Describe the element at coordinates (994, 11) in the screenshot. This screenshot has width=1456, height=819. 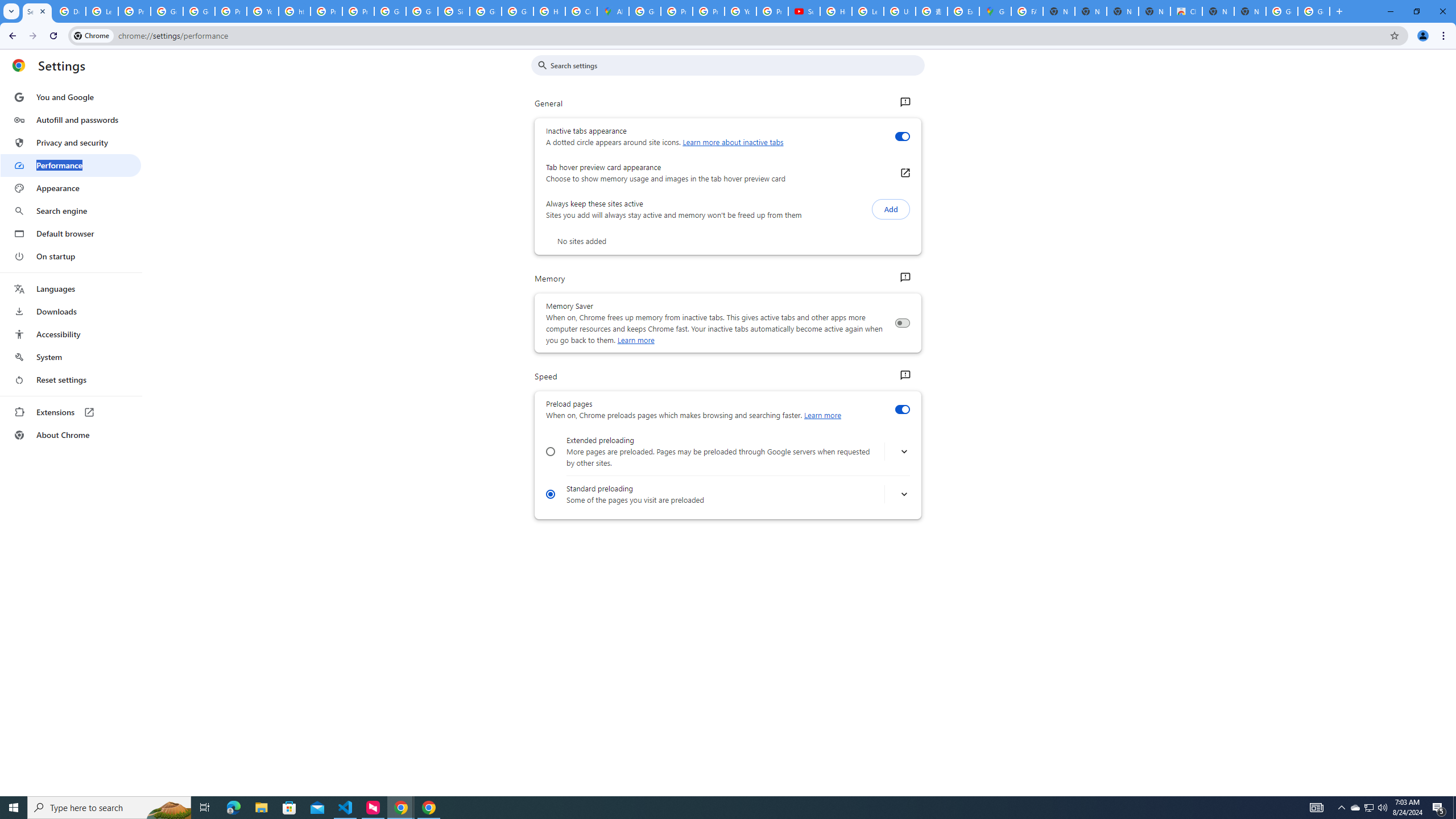
I see `'Google Maps'` at that location.